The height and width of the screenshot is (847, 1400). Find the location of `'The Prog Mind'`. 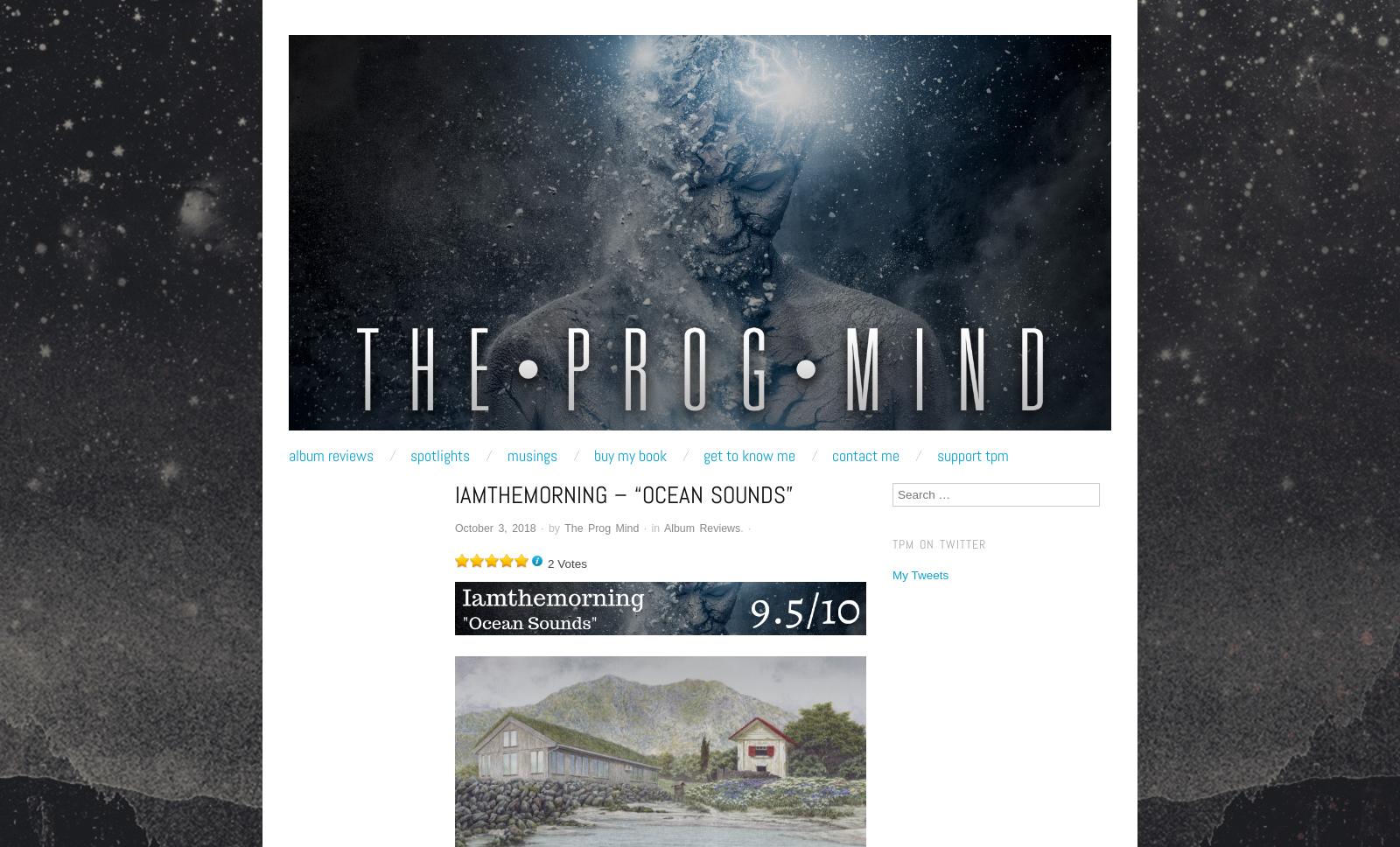

'The Prog Mind' is located at coordinates (601, 527).